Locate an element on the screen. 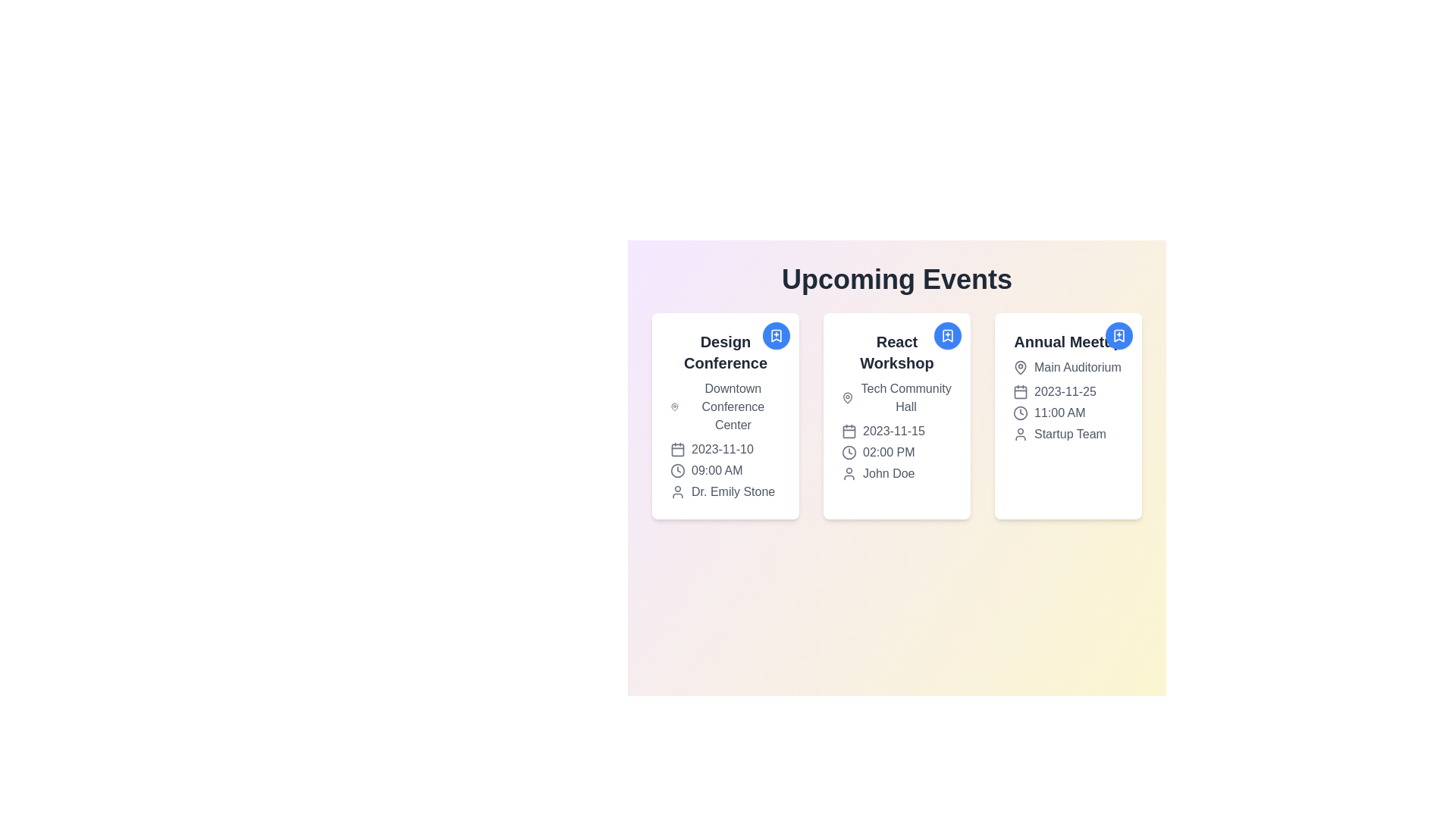 The image size is (1456, 819). the map pin icon that visually indicates the location of the 'Downtown Conference Center' text in the first event card of the 'Upcoming Events' section is located at coordinates (673, 406).